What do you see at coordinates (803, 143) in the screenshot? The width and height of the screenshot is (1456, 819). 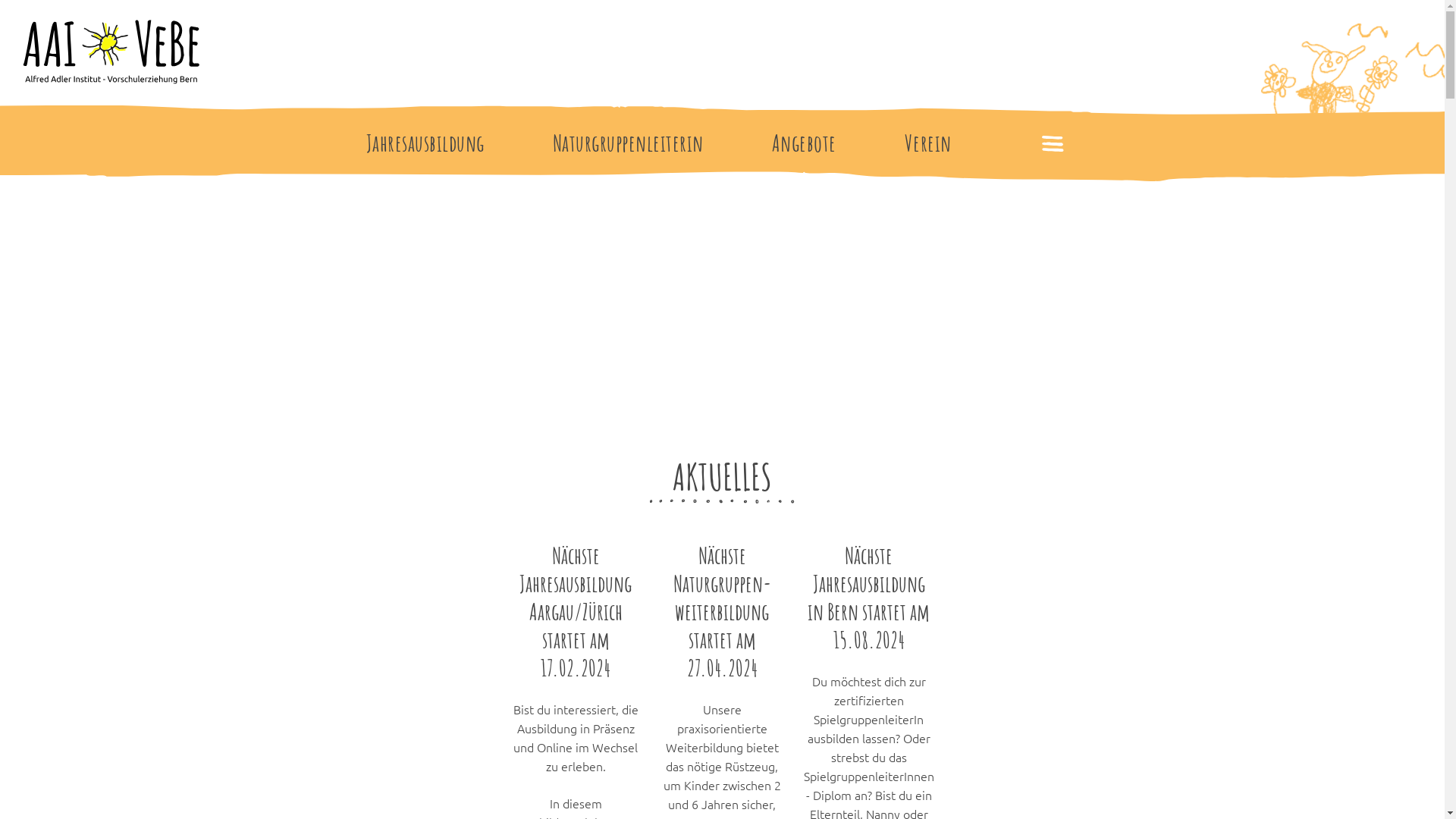 I see `'Angebote'` at bounding box center [803, 143].